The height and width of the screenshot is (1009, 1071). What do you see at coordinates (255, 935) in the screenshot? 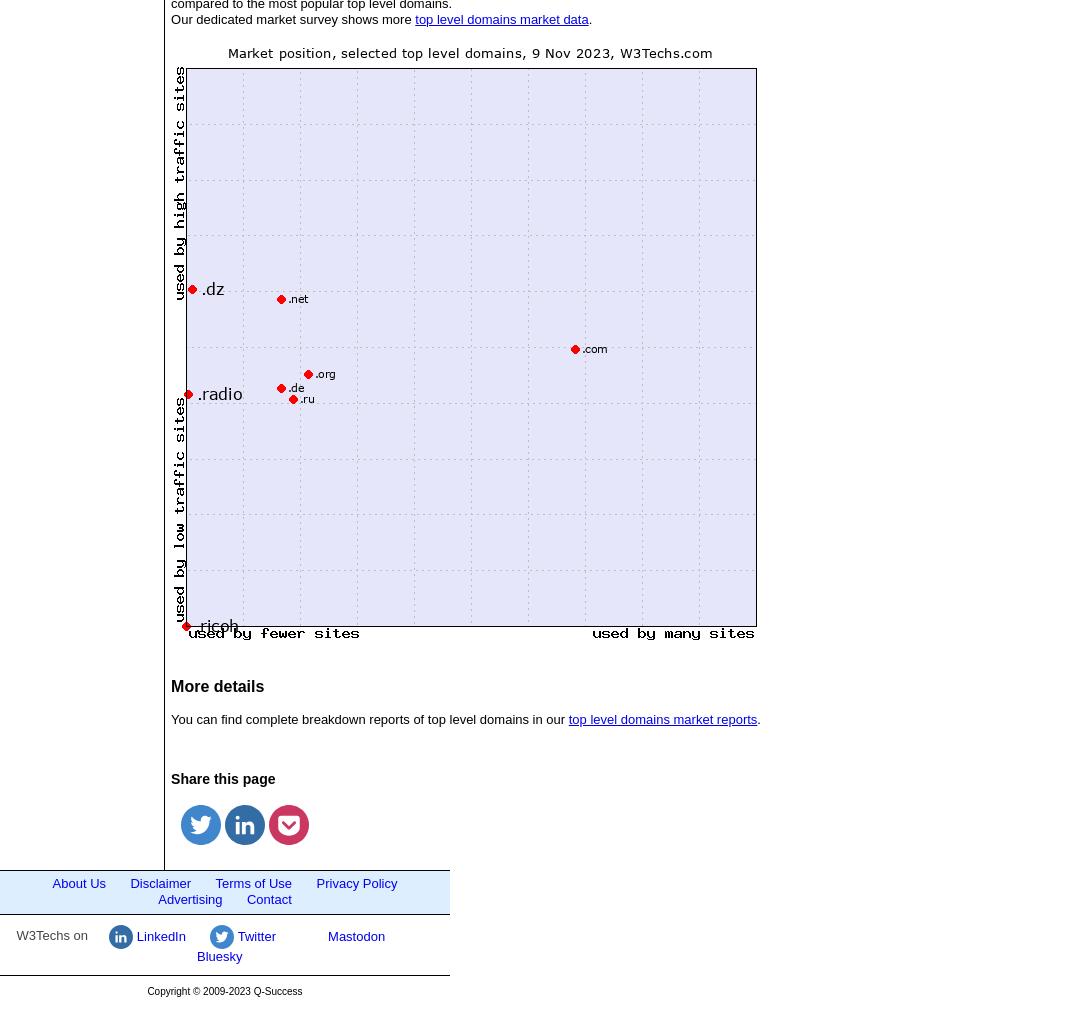
I see `'Twitter'` at bounding box center [255, 935].